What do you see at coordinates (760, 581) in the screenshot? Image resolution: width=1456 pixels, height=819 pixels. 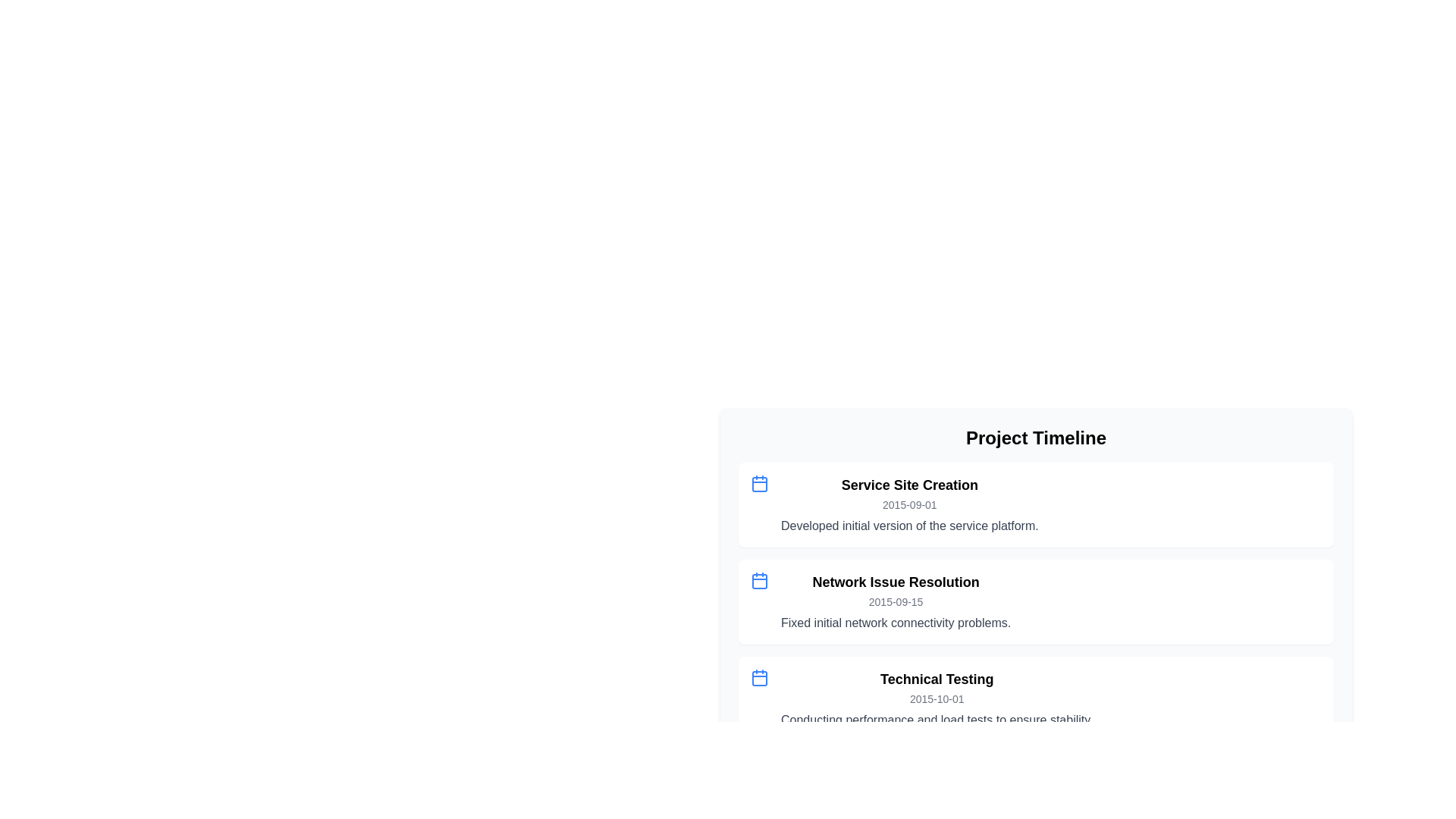 I see `the calendar icon (SVG graphic) representing the 'Network Issue Resolution' in the second row of the 'Project Timeline', styled in red` at bounding box center [760, 581].